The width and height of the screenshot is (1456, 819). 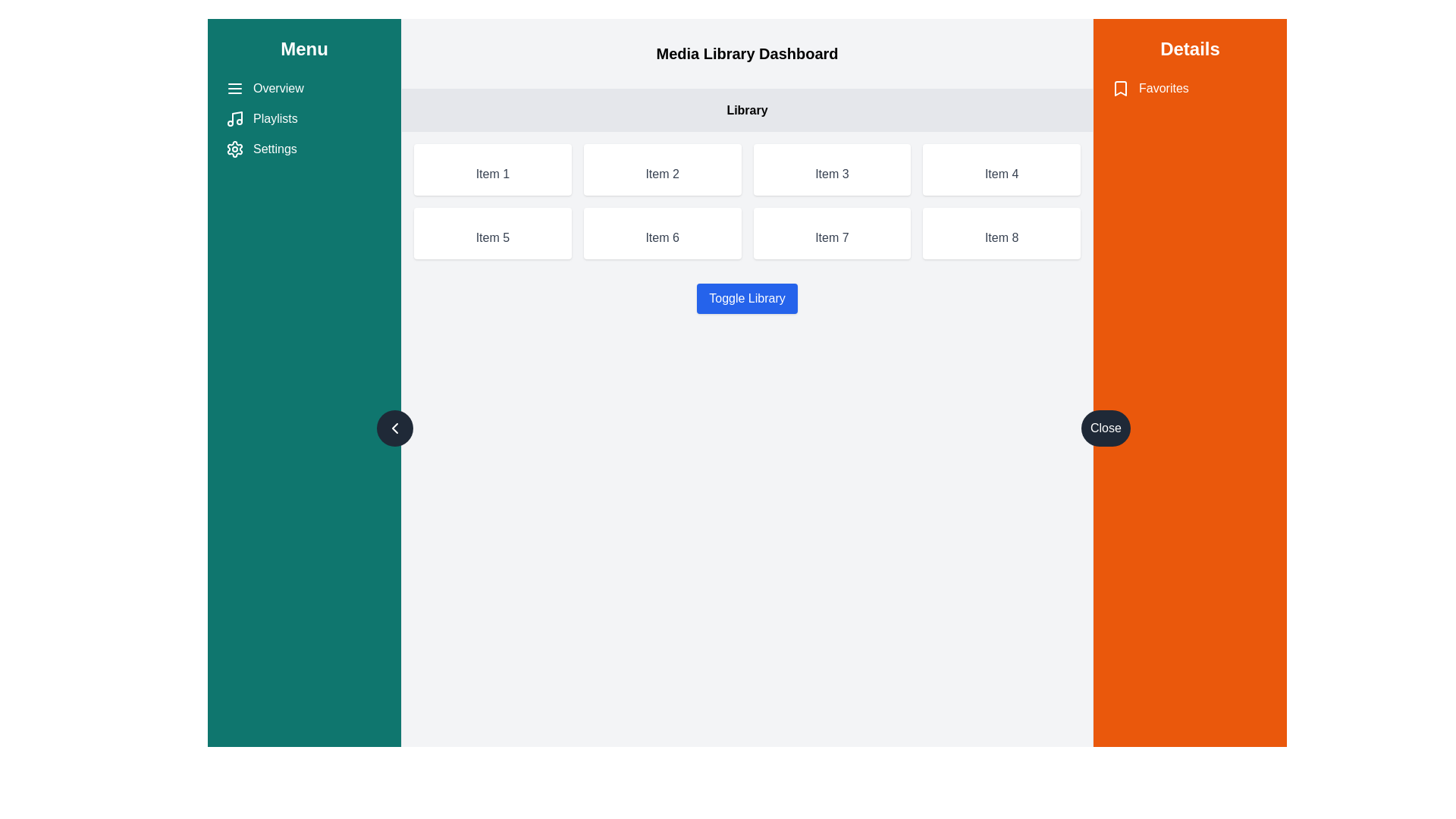 What do you see at coordinates (234, 149) in the screenshot?
I see `the settings icon located in the left navigation menu, below the 'Playlists' section` at bounding box center [234, 149].